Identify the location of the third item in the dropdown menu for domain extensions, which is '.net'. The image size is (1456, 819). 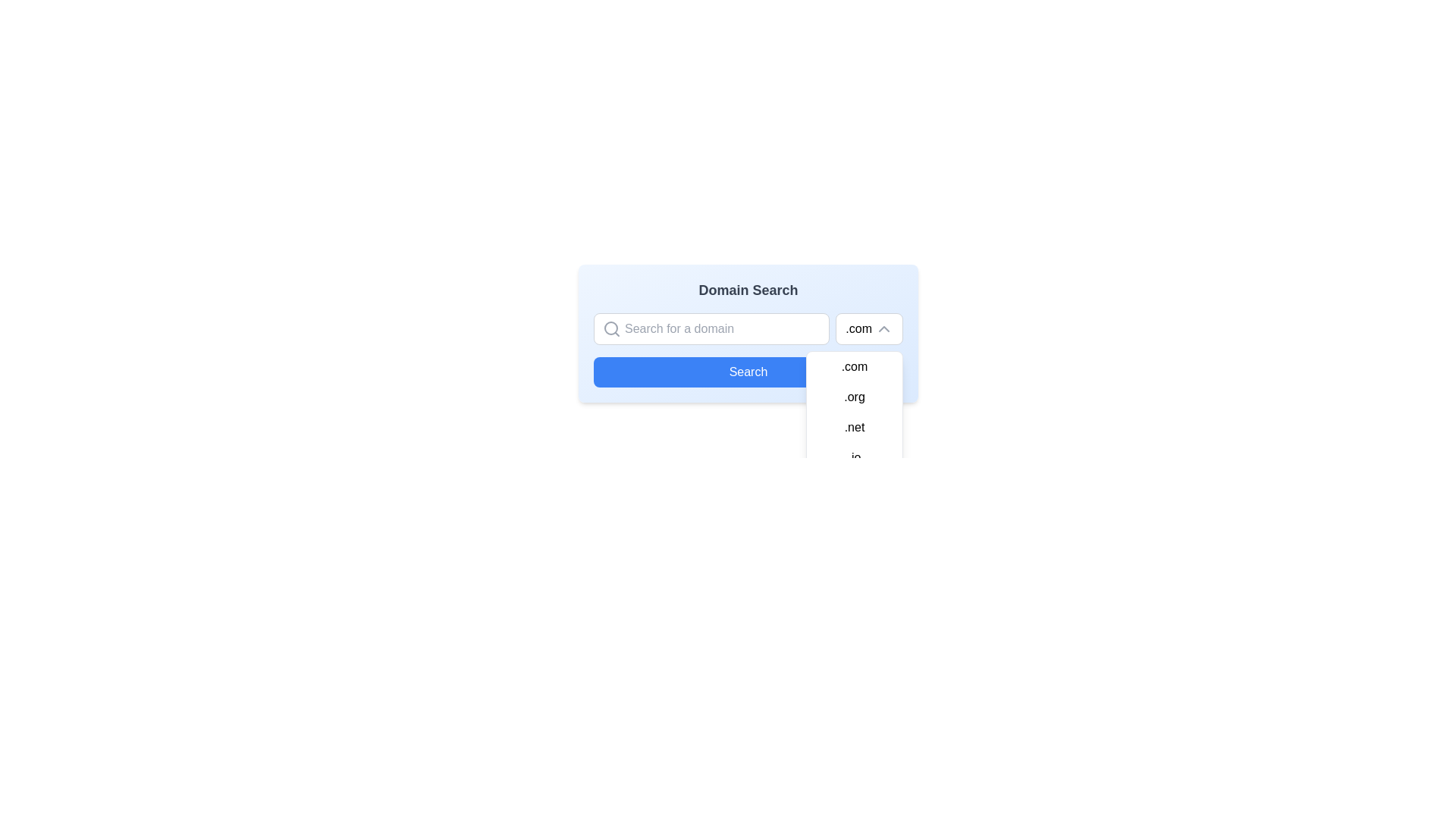
(855, 427).